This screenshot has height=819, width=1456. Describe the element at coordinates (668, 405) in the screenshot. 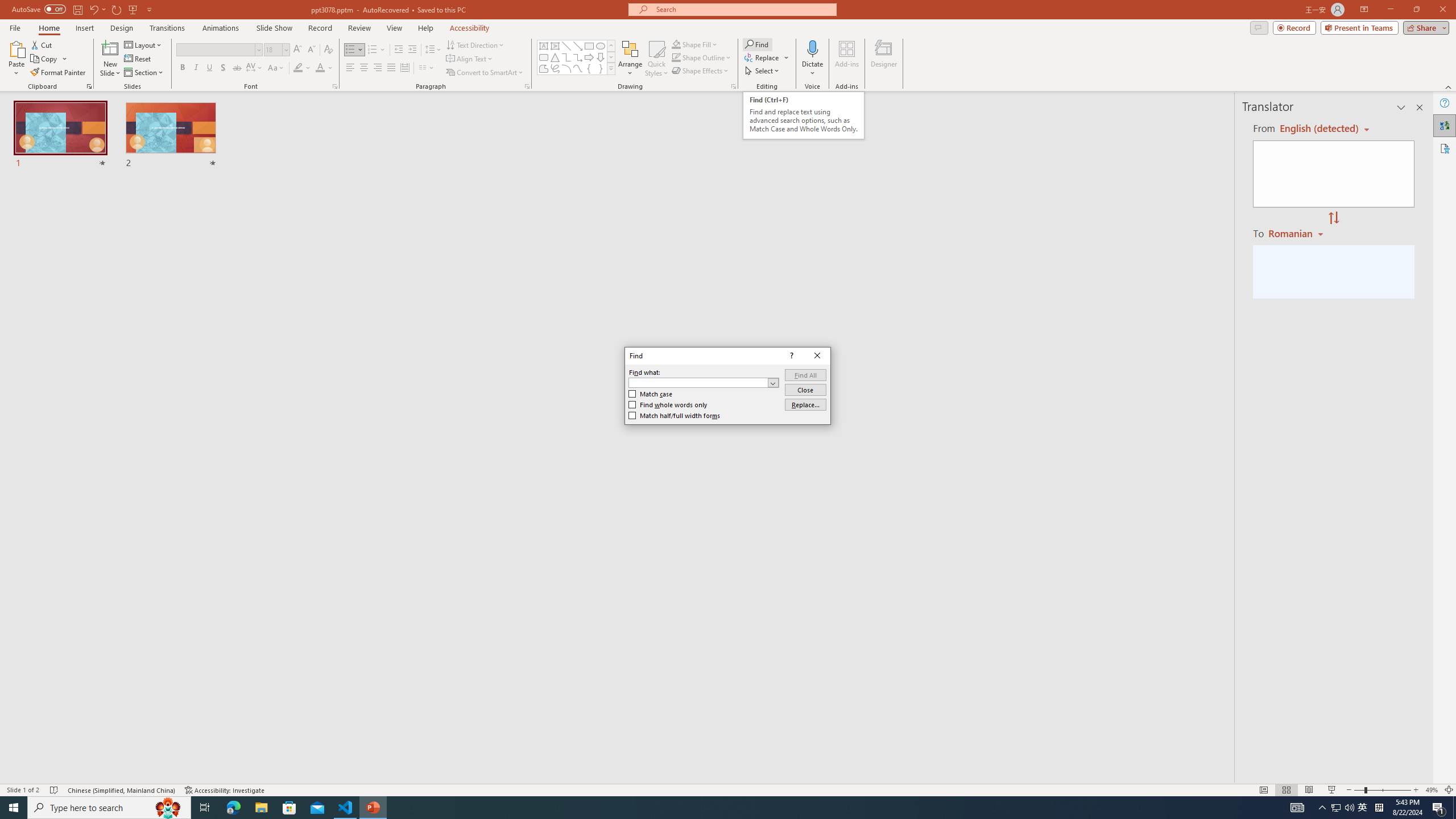

I see `'Find whole words only'` at that location.